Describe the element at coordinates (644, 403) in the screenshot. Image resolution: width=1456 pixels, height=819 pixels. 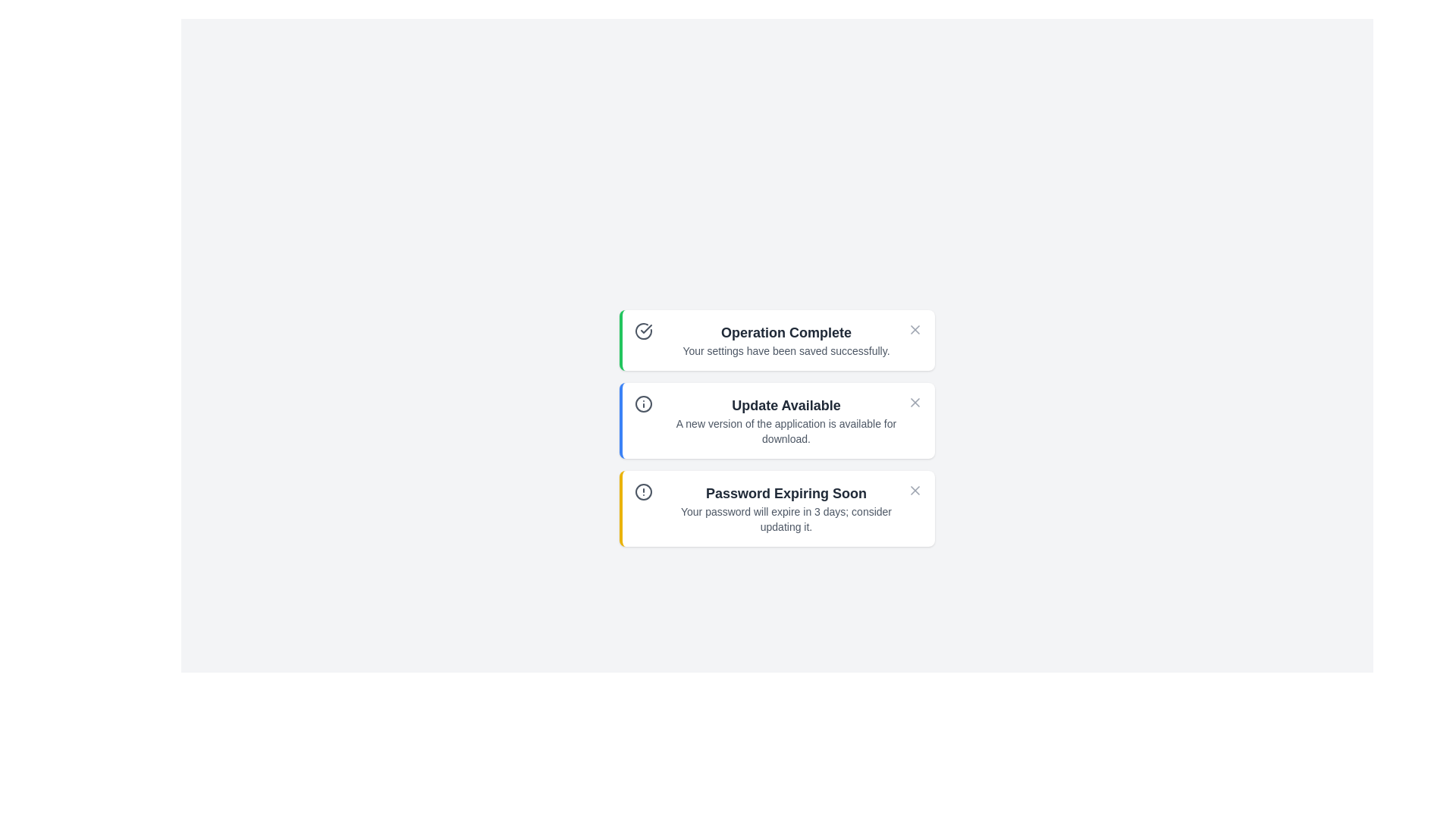
I see `the circular SVG element within the notification card for 'Update Available', which is filled with a grayish tone and positioned to the left of the card's title text` at that location.